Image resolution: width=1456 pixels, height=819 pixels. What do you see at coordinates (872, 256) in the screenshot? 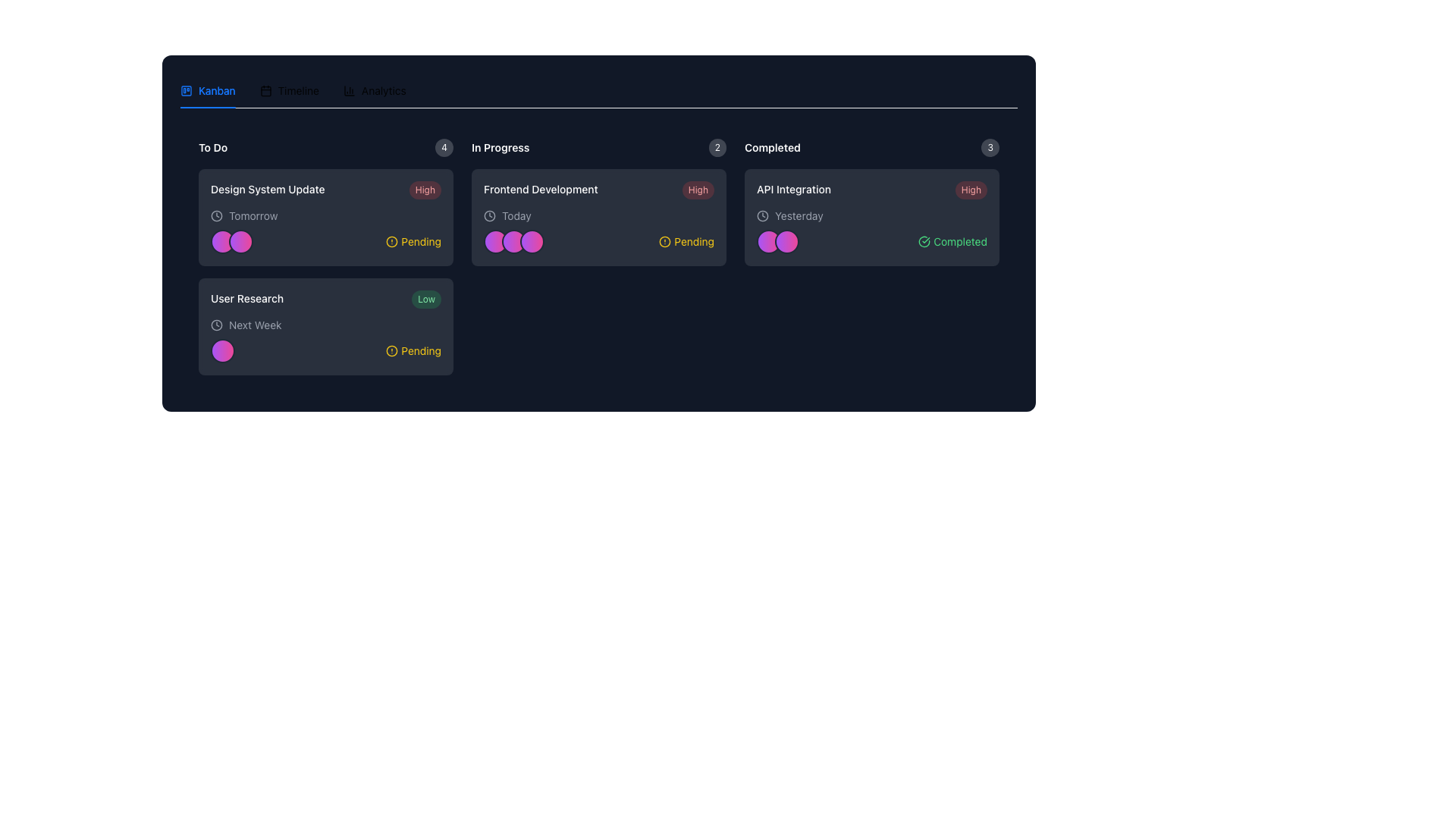
I see `the A task card located in the 'Completed' column of the kanban board` at bounding box center [872, 256].